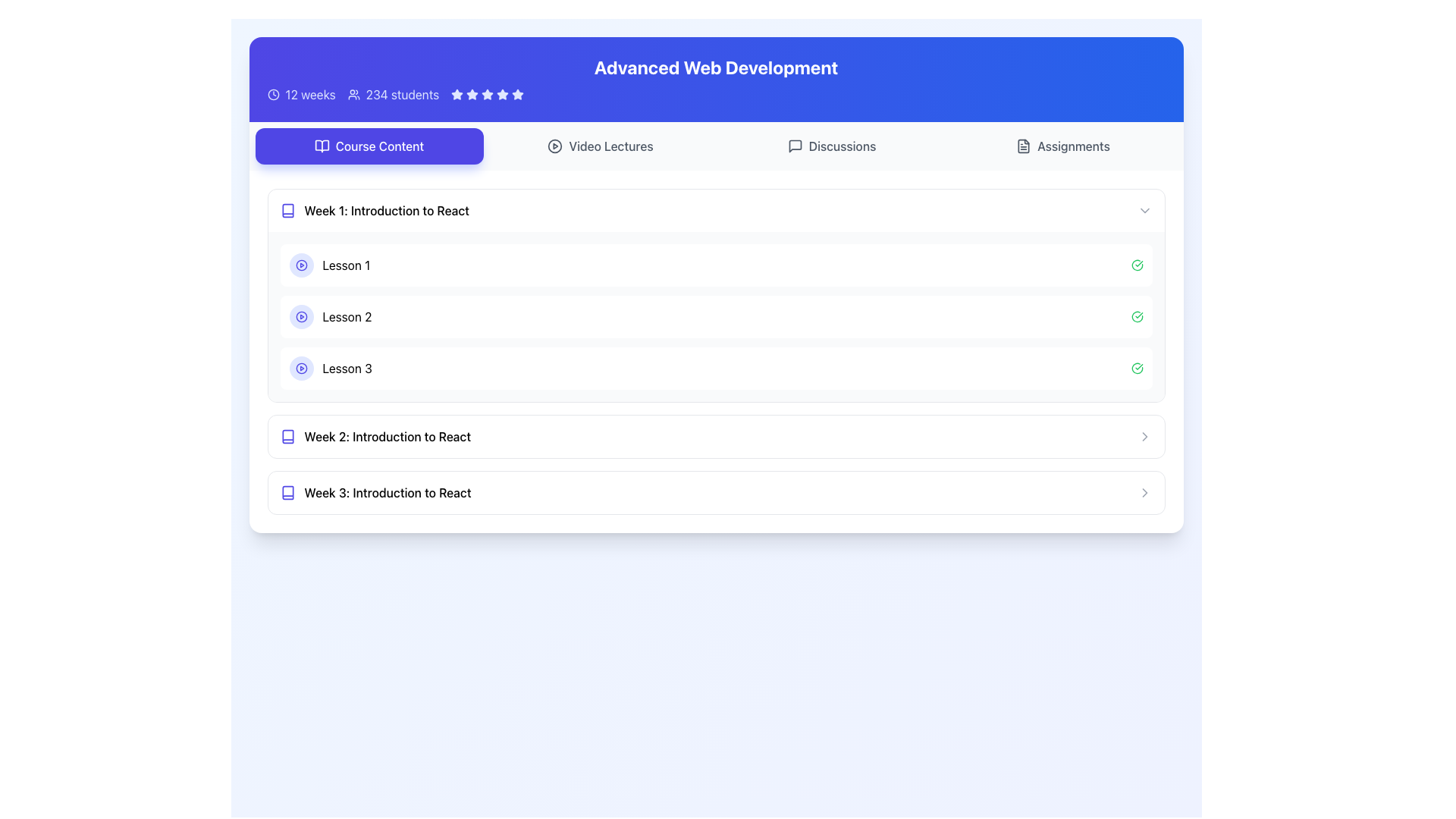 This screenshot has width=1456, height=819. I want to click on the Interactive List Item titled 'Lesson 3', so click(715, 369).